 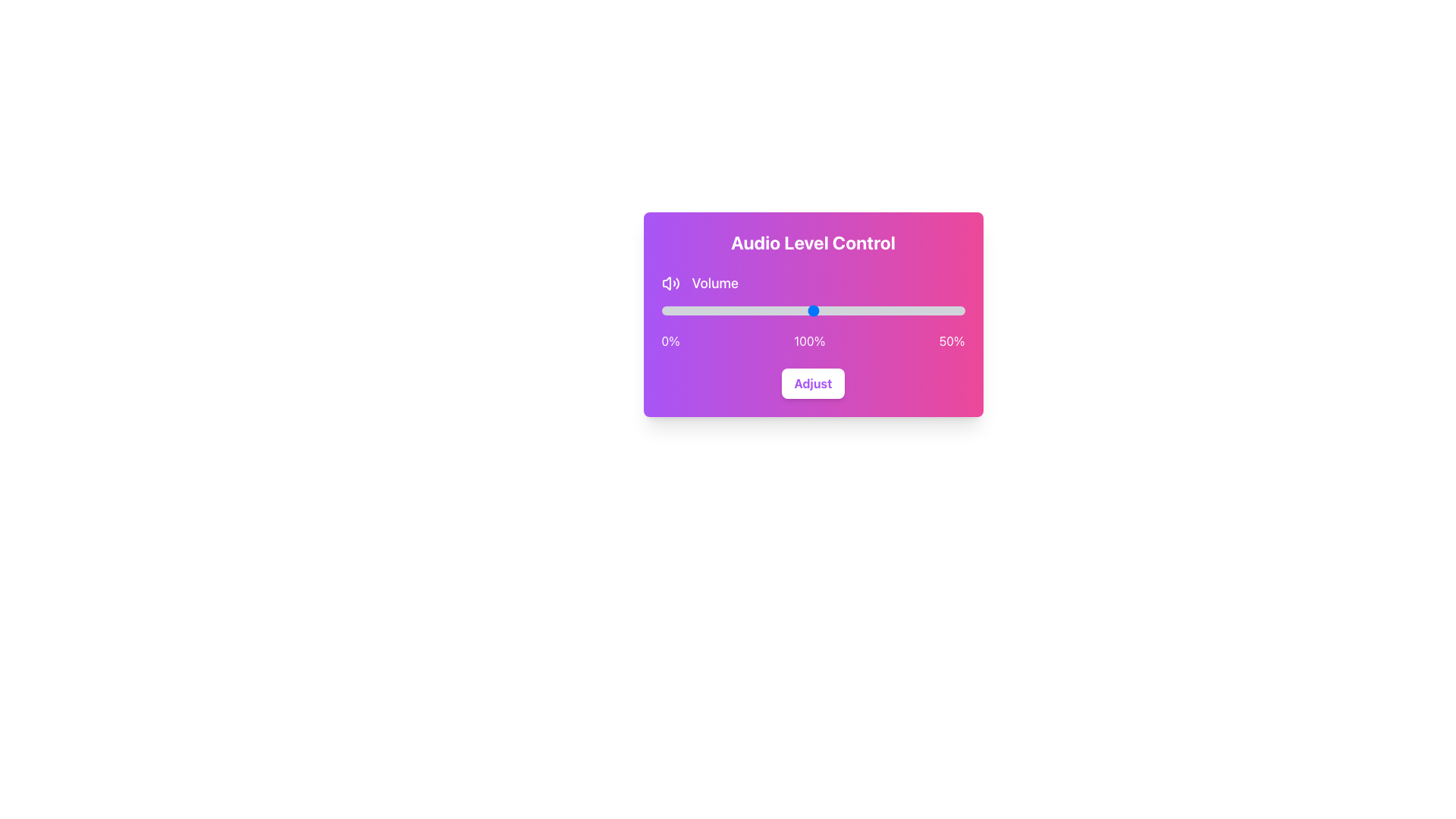 What do you see at coordinates (755, 309) in the screenshot?
I see `the volume` at bounding box center [755, 309].